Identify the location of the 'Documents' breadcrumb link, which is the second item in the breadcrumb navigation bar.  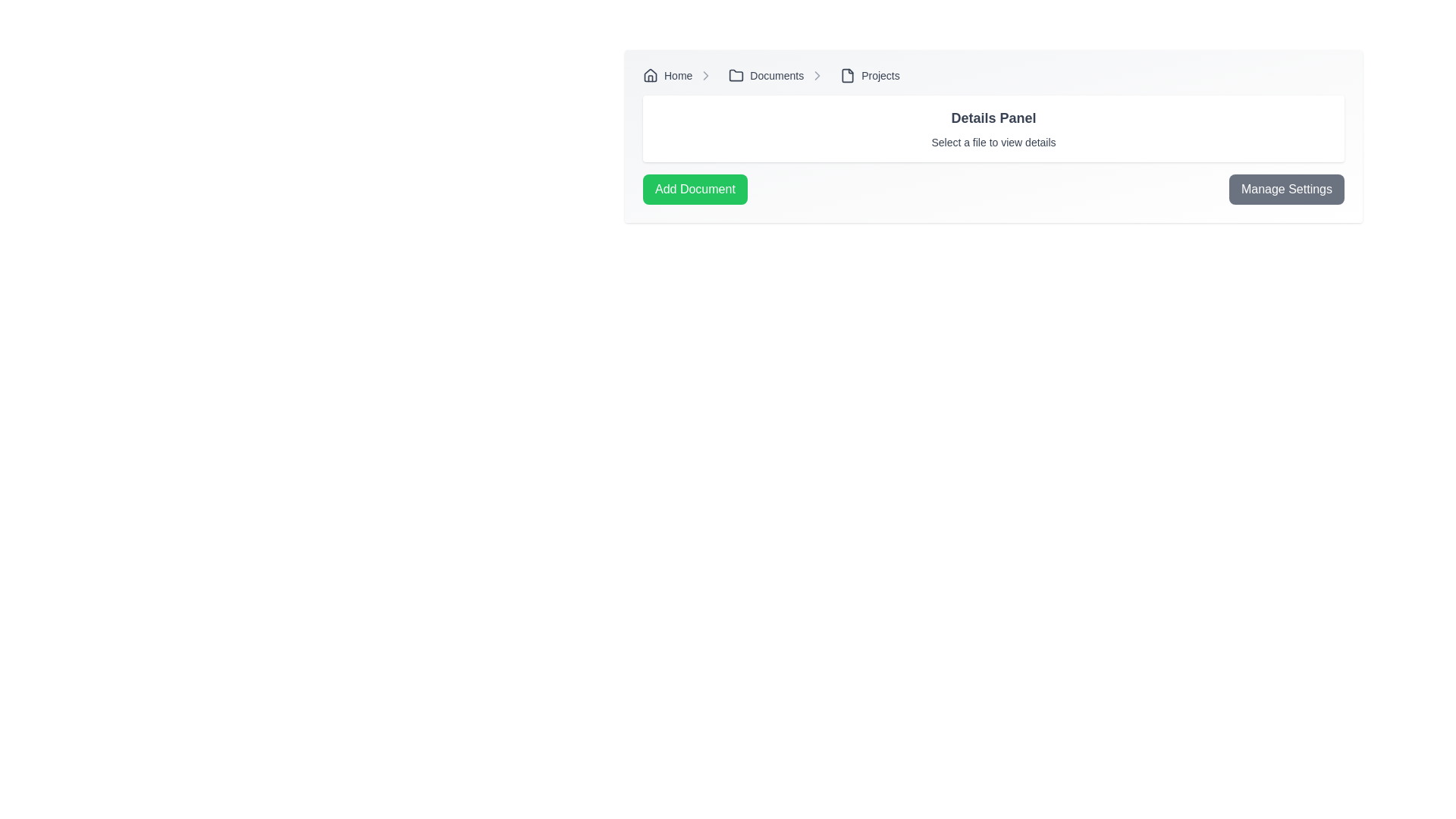
(766, 76).